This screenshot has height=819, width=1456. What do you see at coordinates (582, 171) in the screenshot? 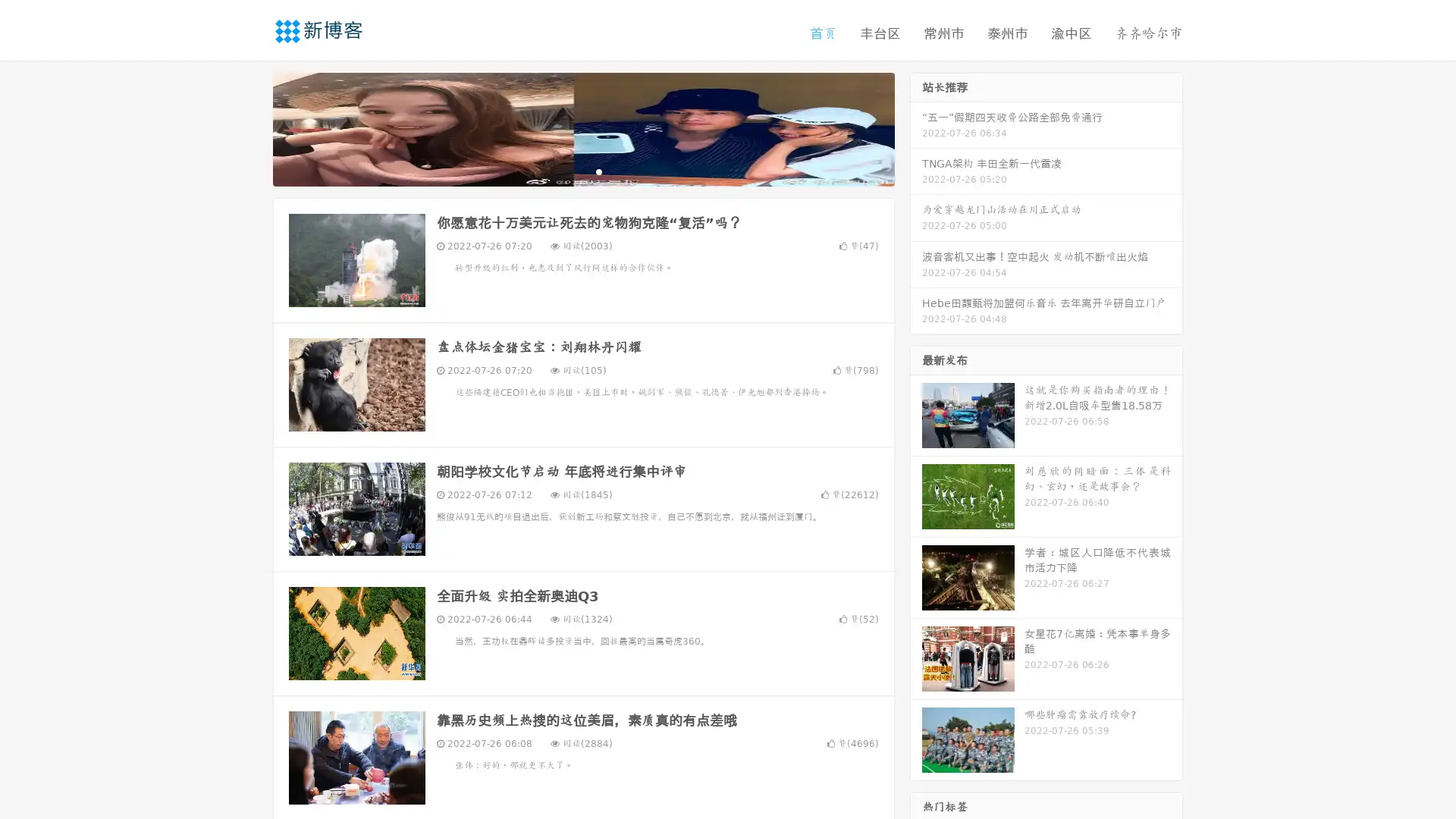
I see `Go to slide 2` at bounding box center [582, 171].